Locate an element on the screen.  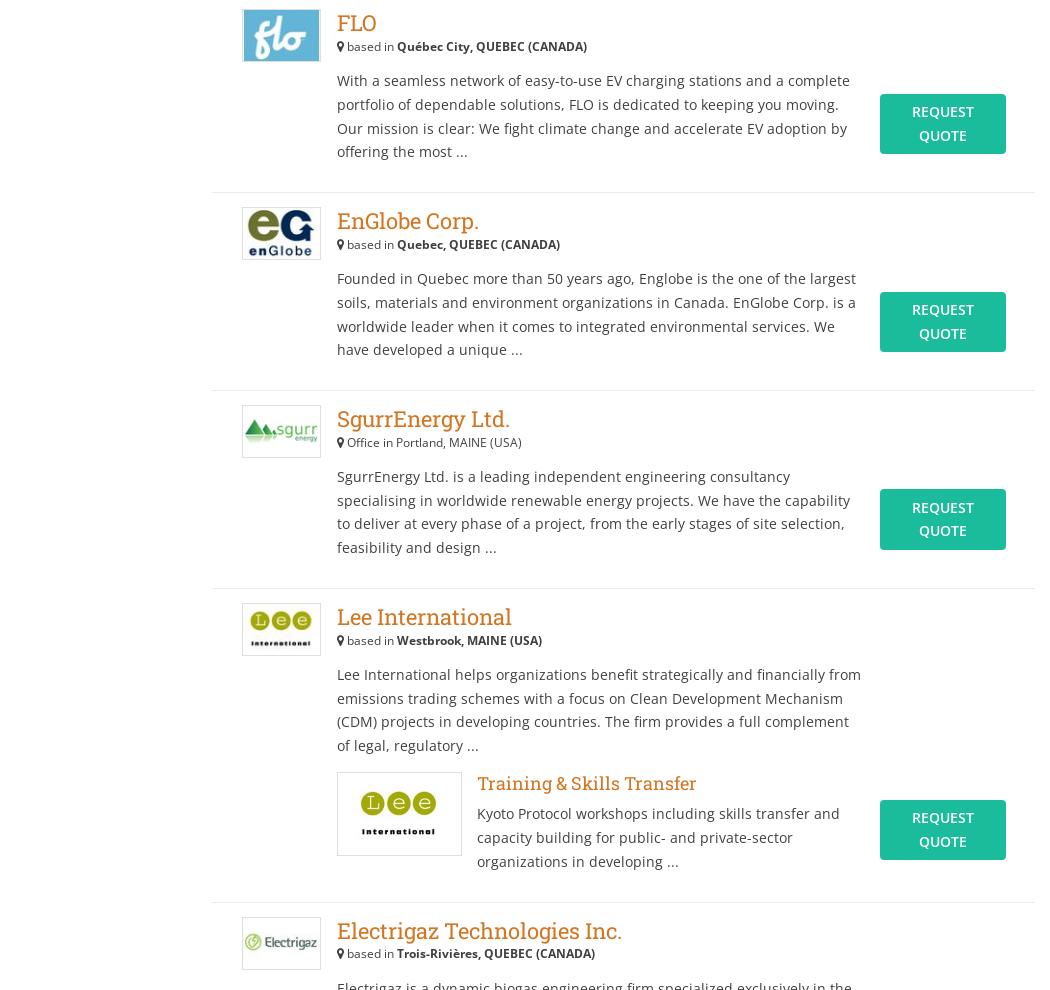
'Company sitemap' is located at coordinates (117, 58).